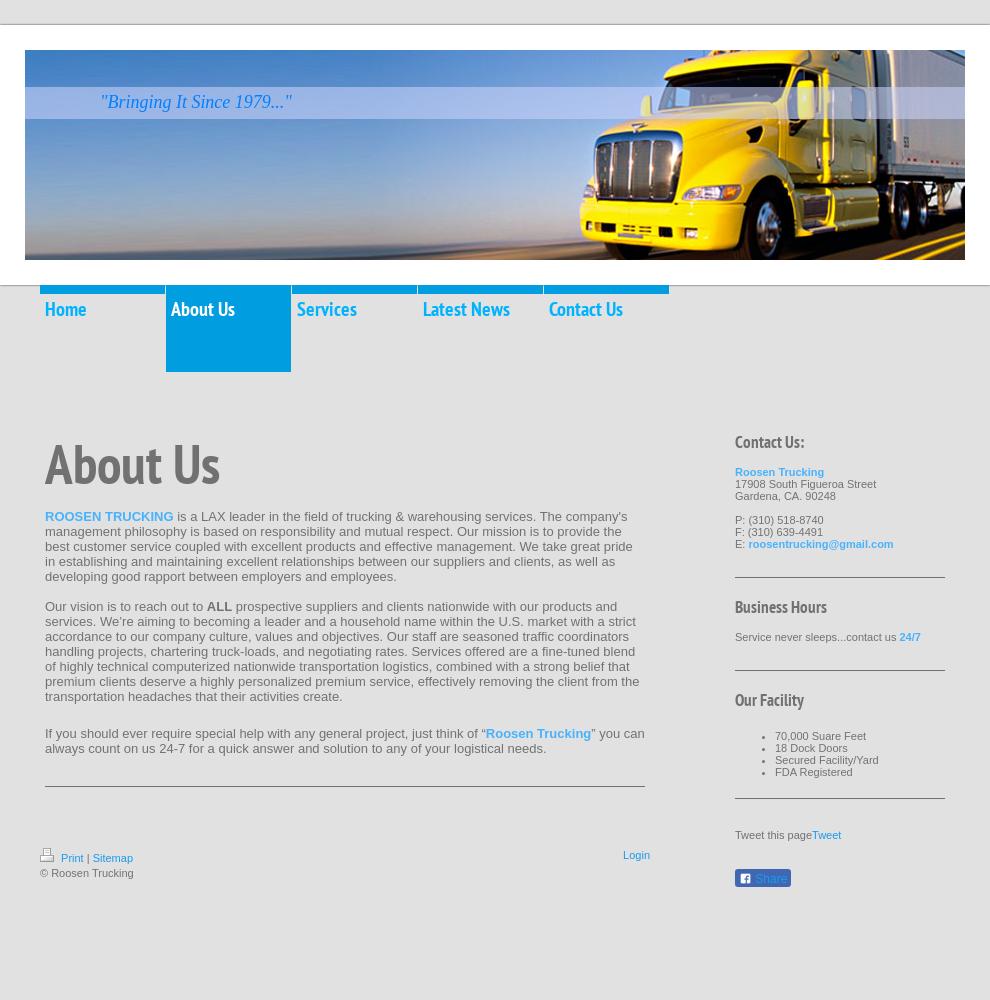 Image resolution: width=990 pixels, height=1000 pixels. Describe the element at coordinates (548, 309) in the screenshot. I see `'Contact Us'` at that location.